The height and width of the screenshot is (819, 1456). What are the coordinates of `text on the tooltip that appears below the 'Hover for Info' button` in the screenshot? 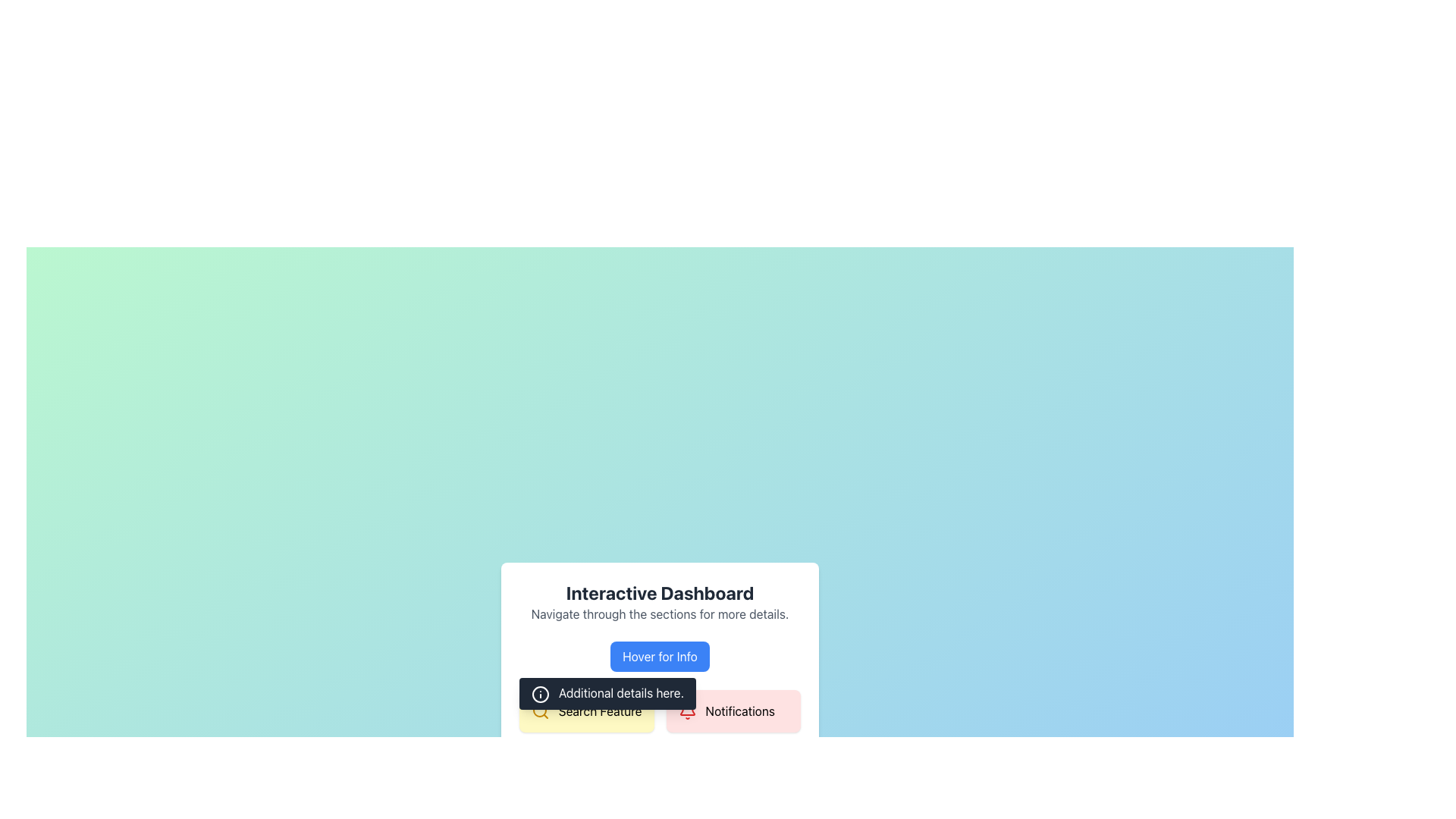 It's located at (607, 693).